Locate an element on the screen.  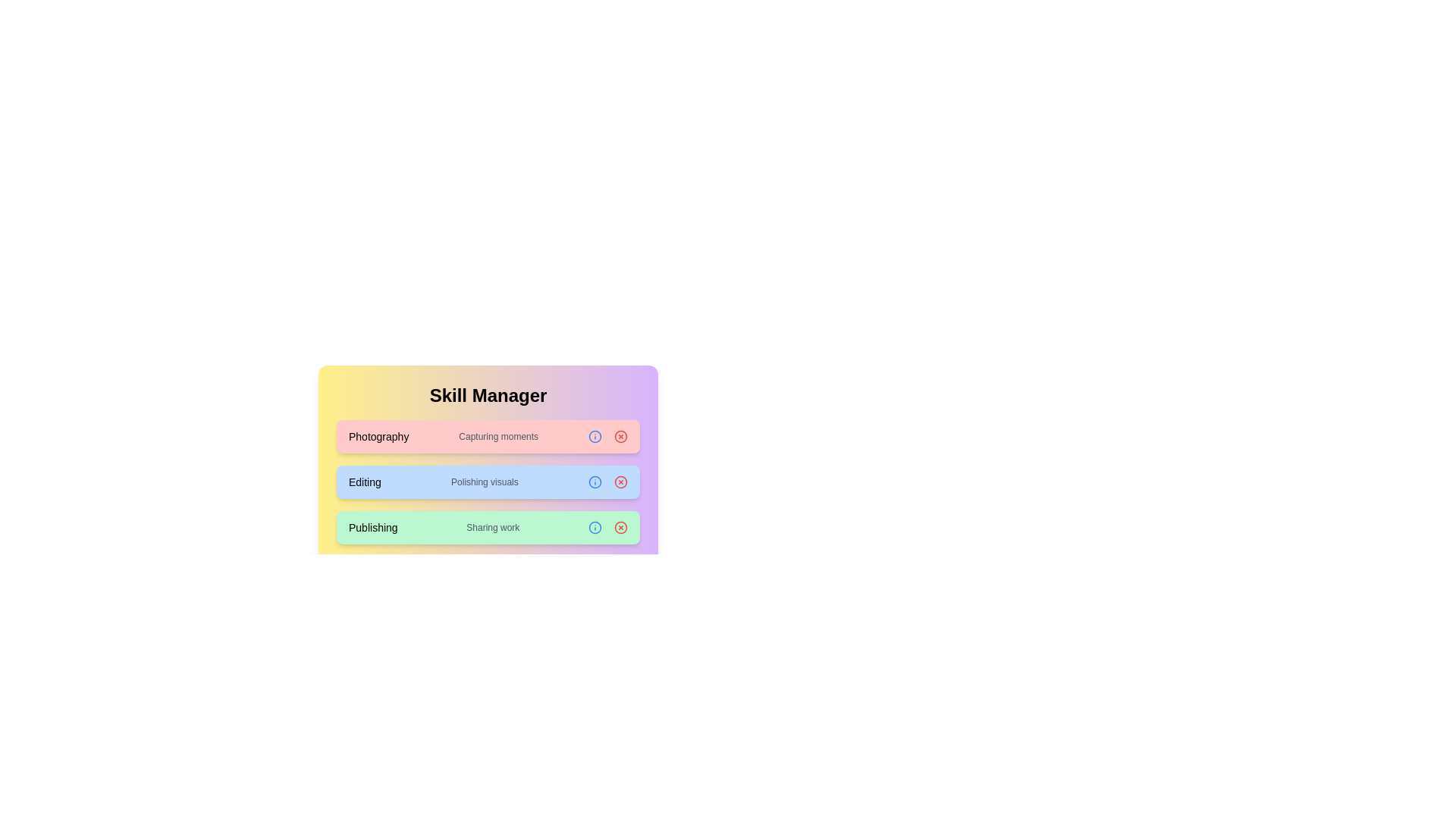
the chip corresponding to Editing is located at coordinates (621, 482).